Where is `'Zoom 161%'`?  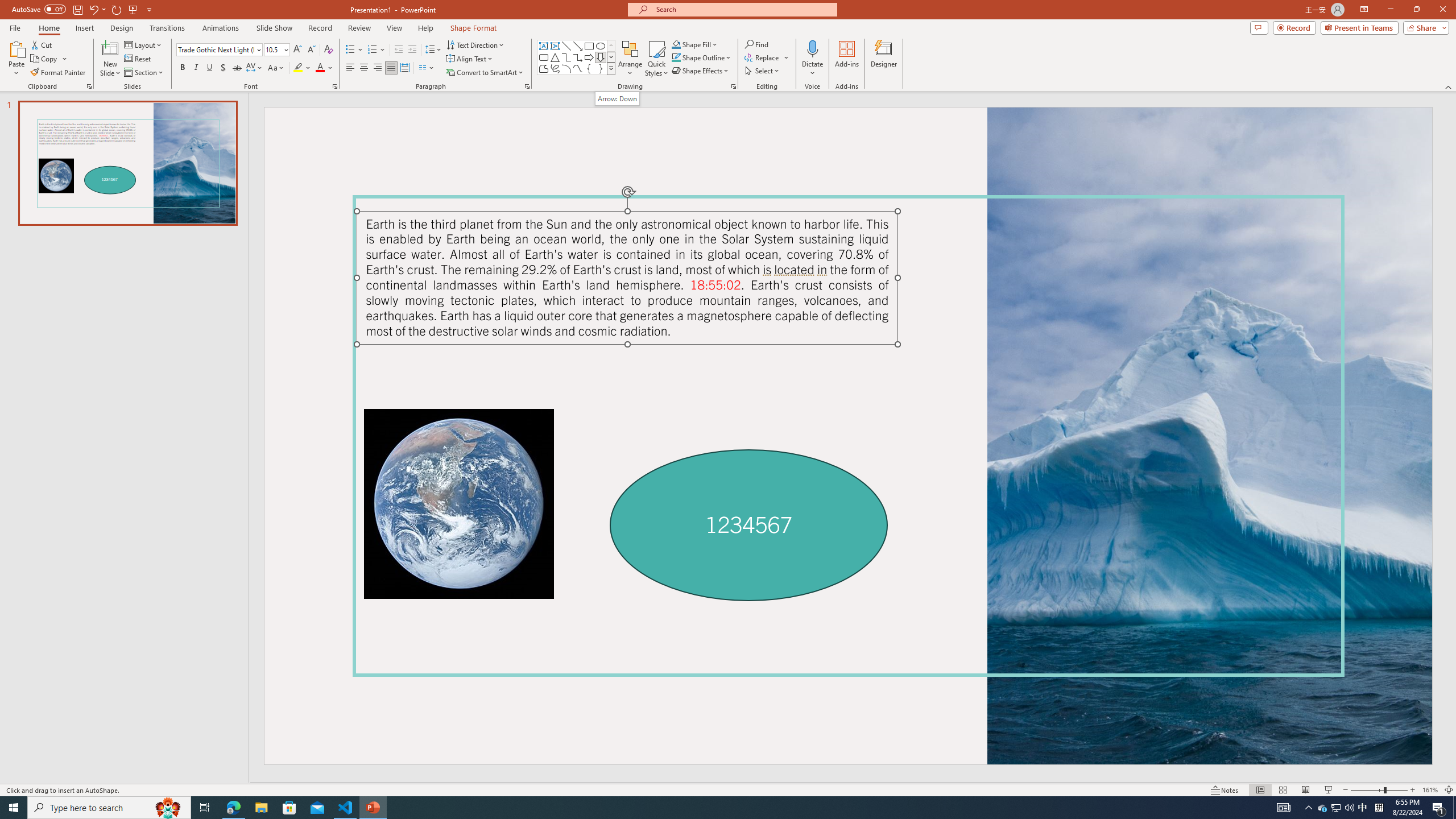
'Zoom 161%' is located at coordinates (1430, 790).